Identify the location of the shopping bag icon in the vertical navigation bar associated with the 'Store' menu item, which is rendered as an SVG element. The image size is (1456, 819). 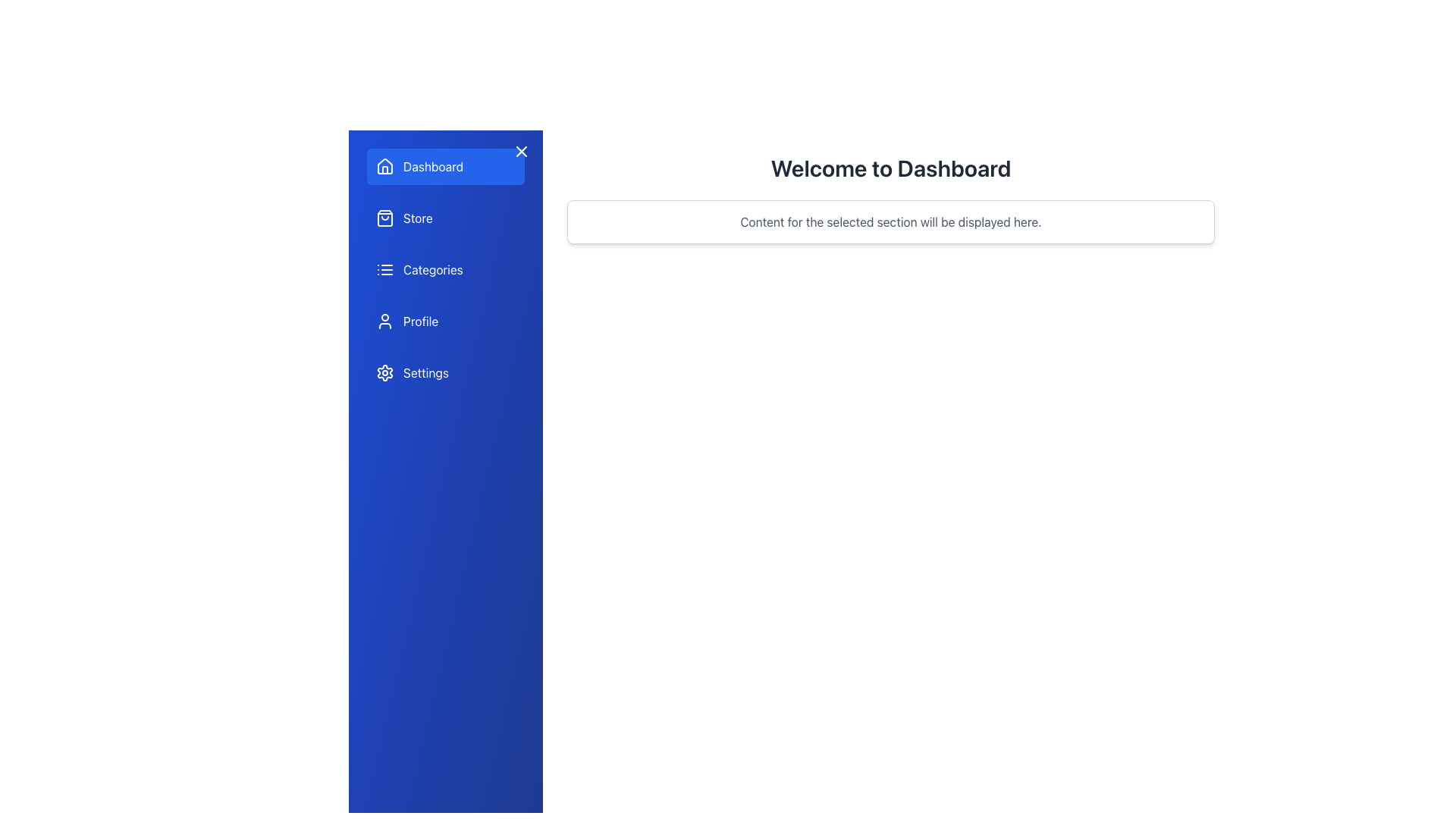
(385, 218).